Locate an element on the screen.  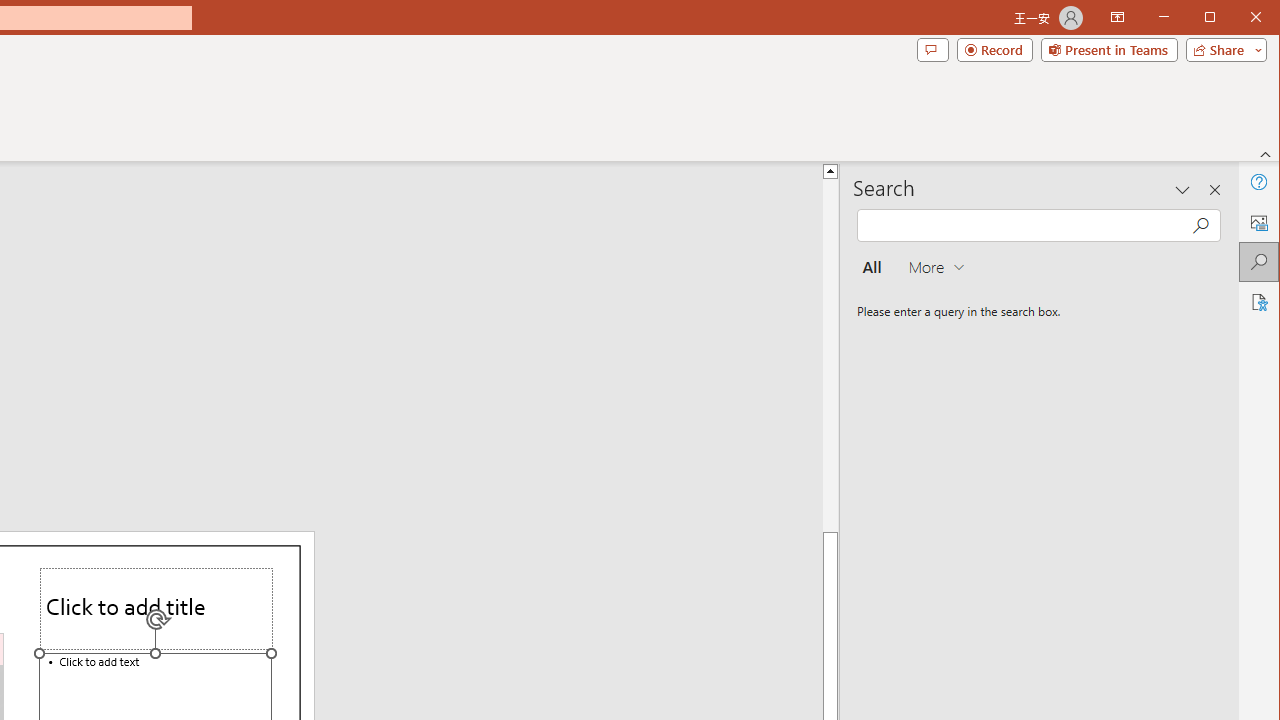
'Alt Text' is located at coordinates (1257, 222).